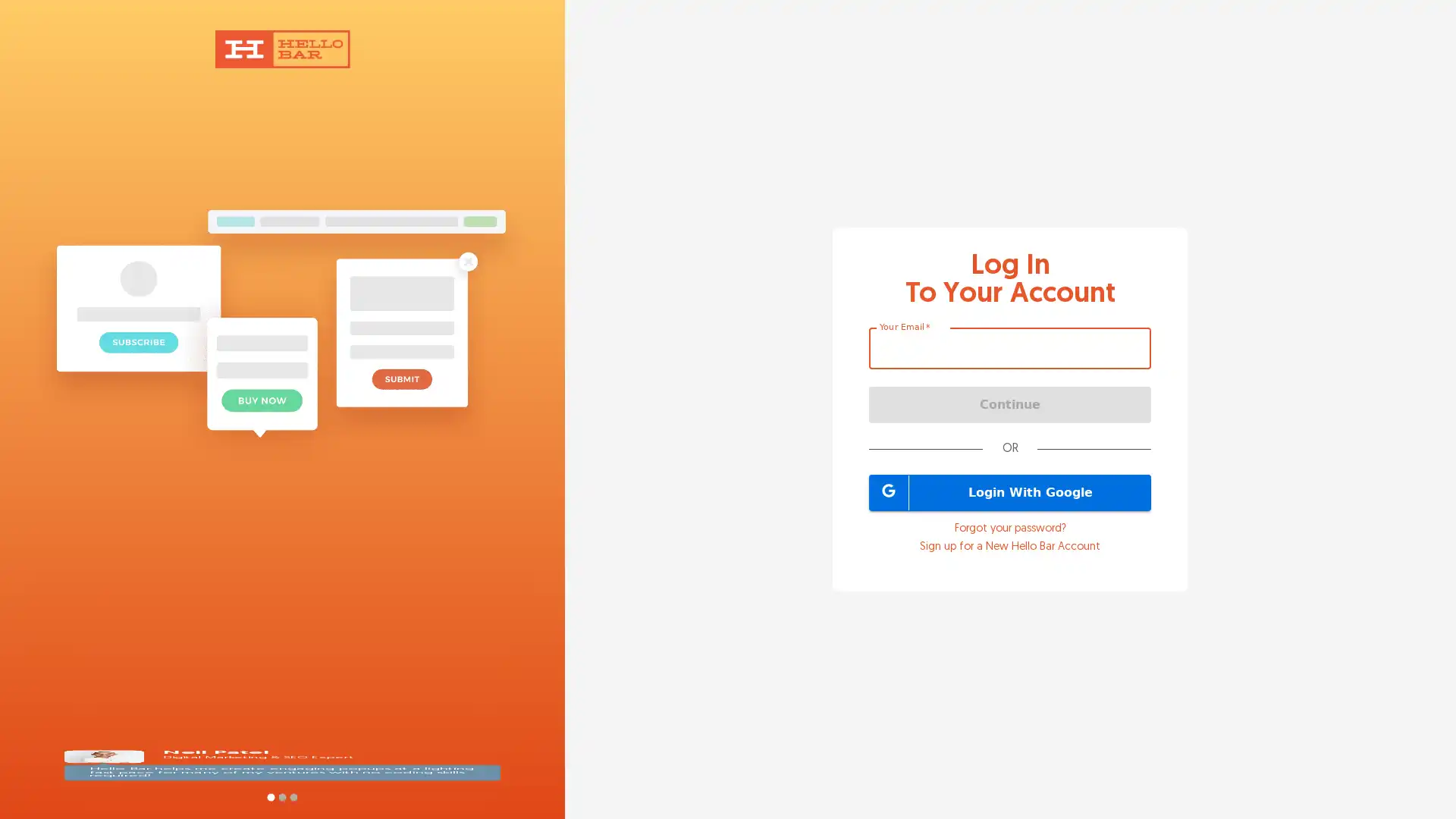 The width and height of the screenshot is (1456, 819). What do you see at coordinates (270, 796) in the screenshot?
I see `carousel indicator 1` at bounding box center [270, 796].